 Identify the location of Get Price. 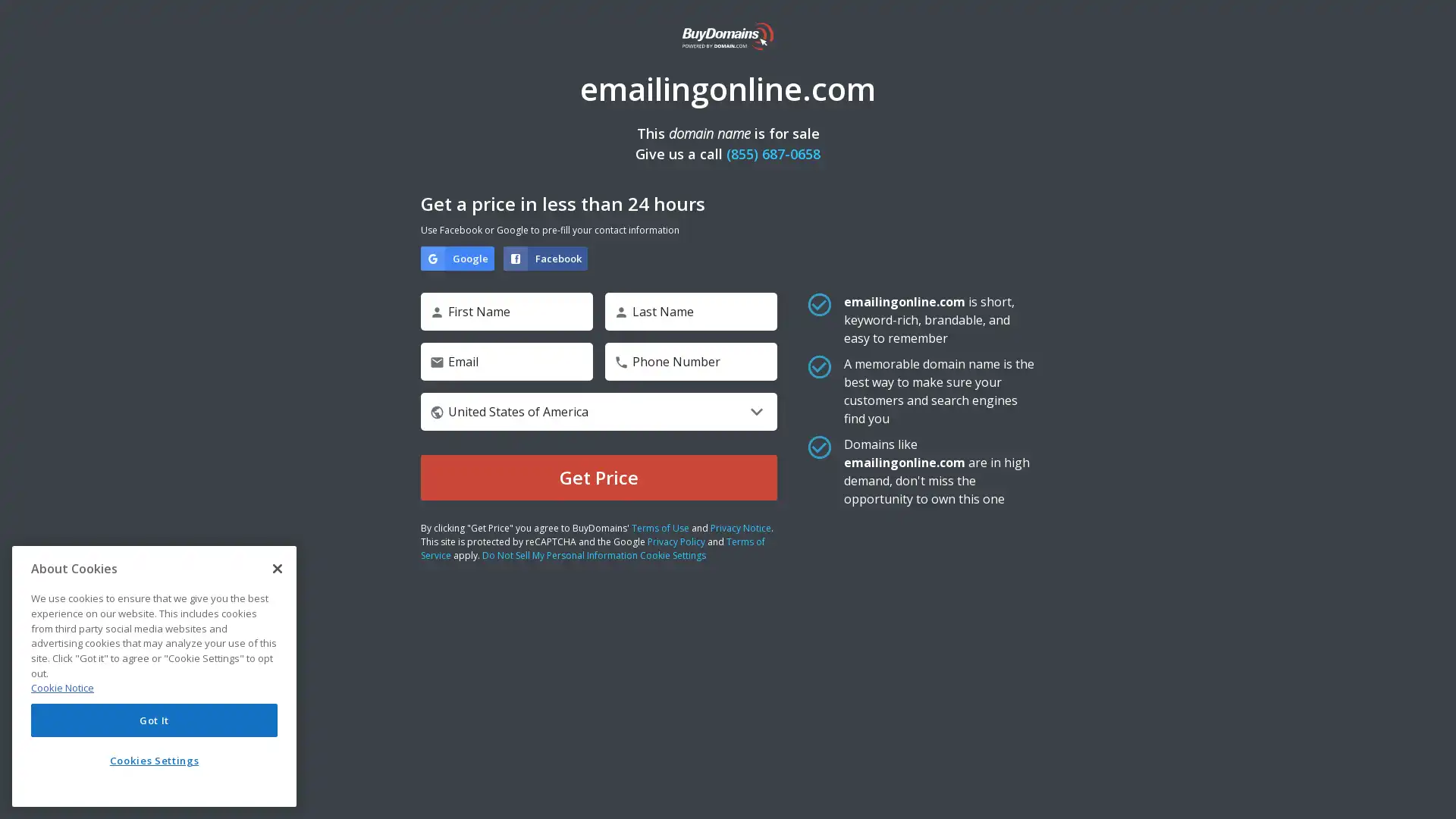
(598, 476).